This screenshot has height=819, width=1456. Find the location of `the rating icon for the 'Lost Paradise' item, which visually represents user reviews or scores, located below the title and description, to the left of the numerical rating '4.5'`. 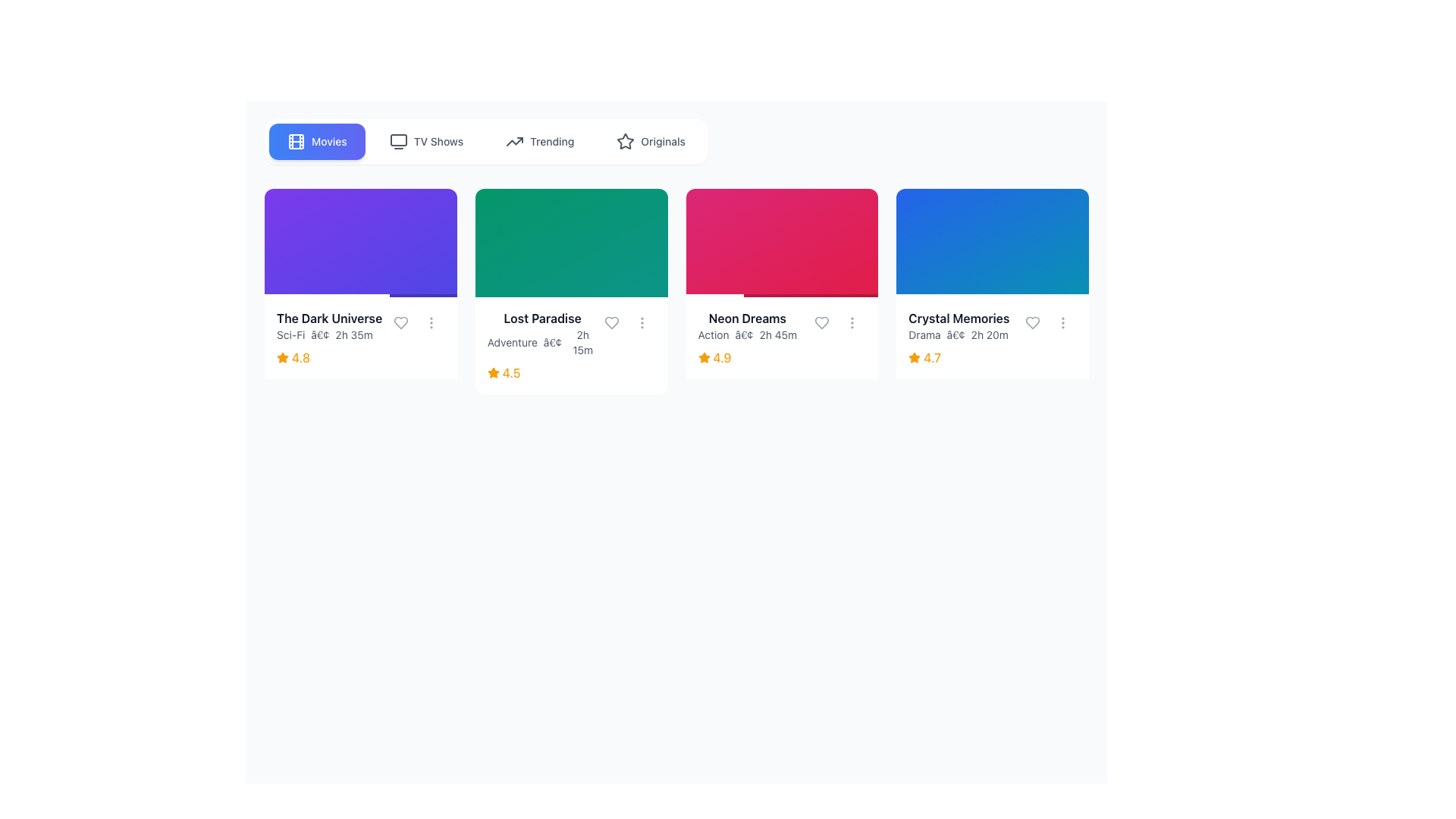

the rating icon for the 'Lost Paradise' item, which visually represents user reviews or scores, located below the title and description, to the left of the numerical rating '4.5' is located at coordinates (493, 372).